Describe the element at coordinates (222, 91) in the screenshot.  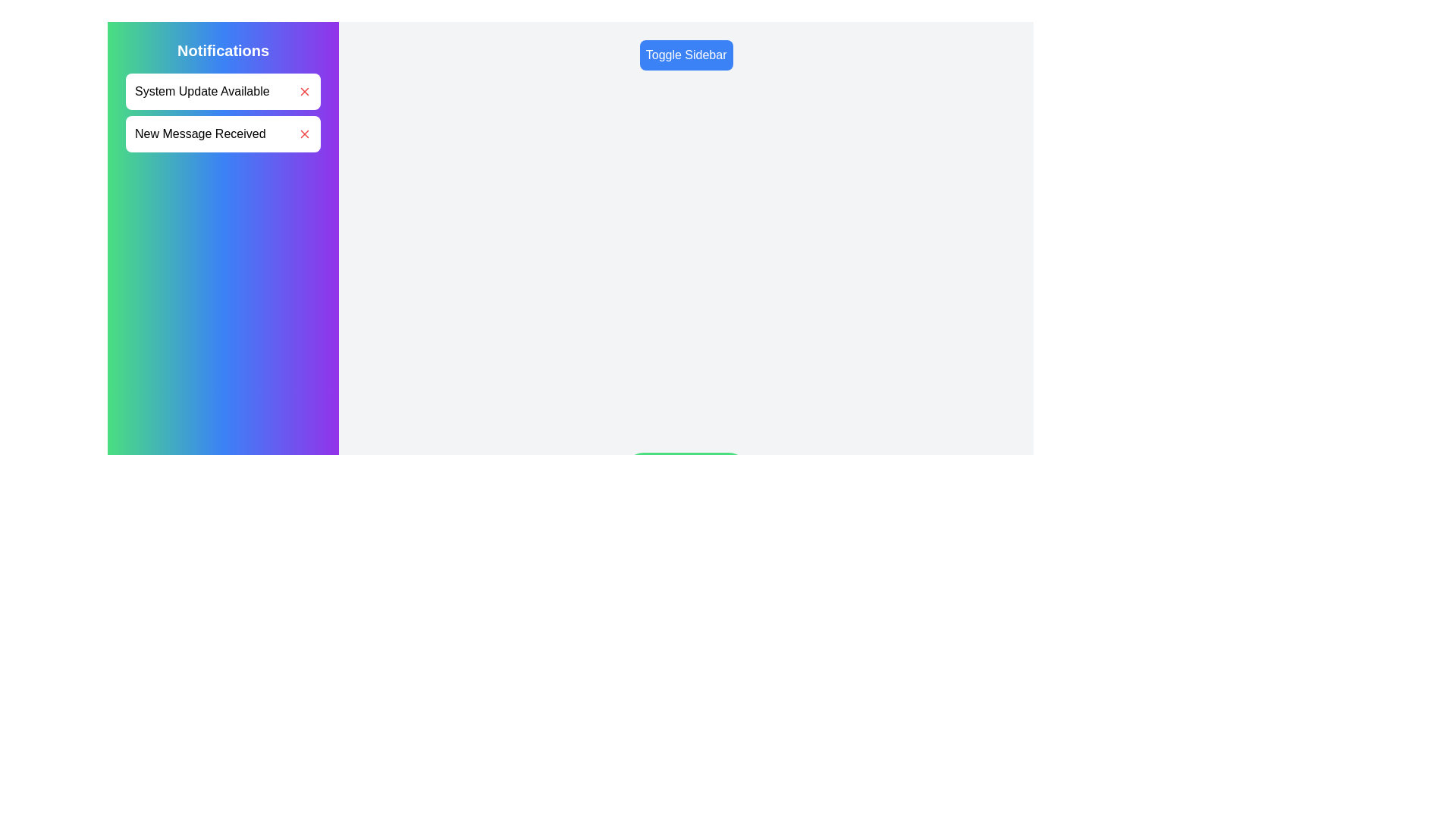
I see `the Notification item indicating a system update is available, which is the first item in a vertically stacked list in the sidebar` at that location.